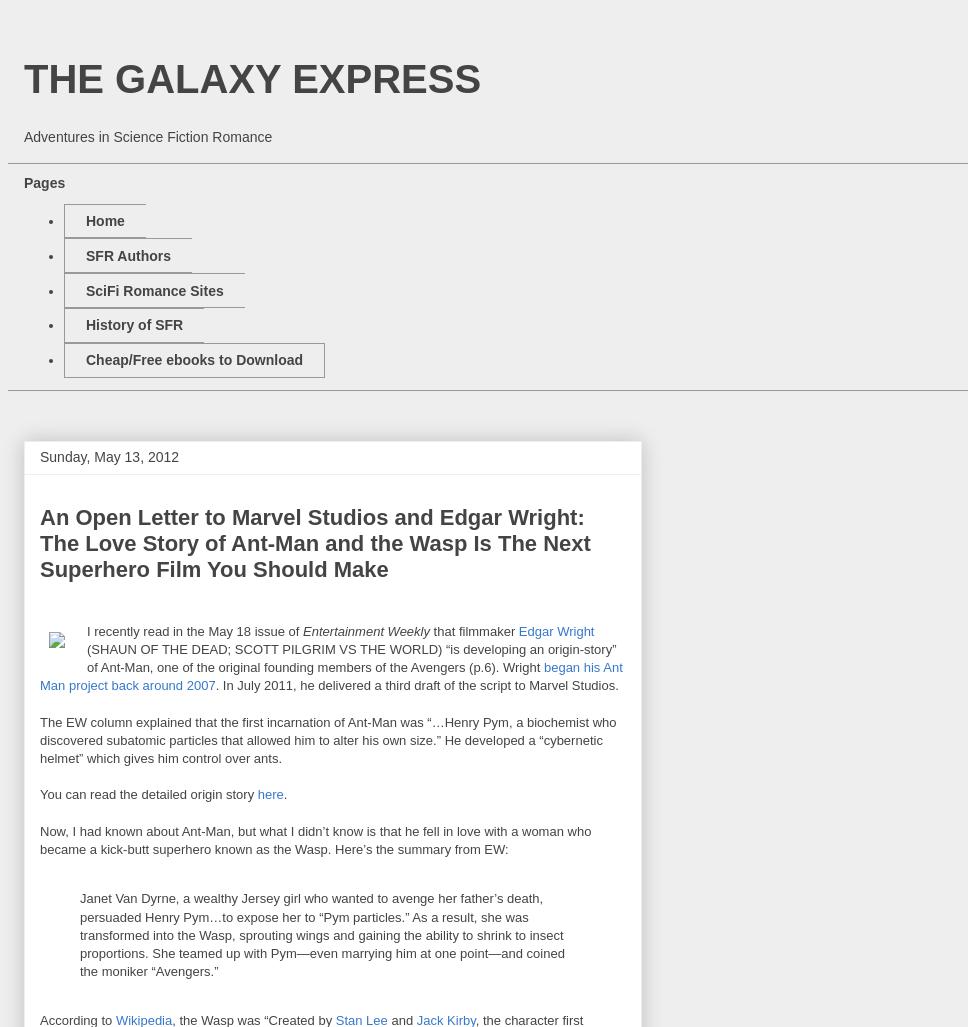  Describe the element at coordinates (555, 629) in the screenshot. I see `'Edgar Wright'` at that location.